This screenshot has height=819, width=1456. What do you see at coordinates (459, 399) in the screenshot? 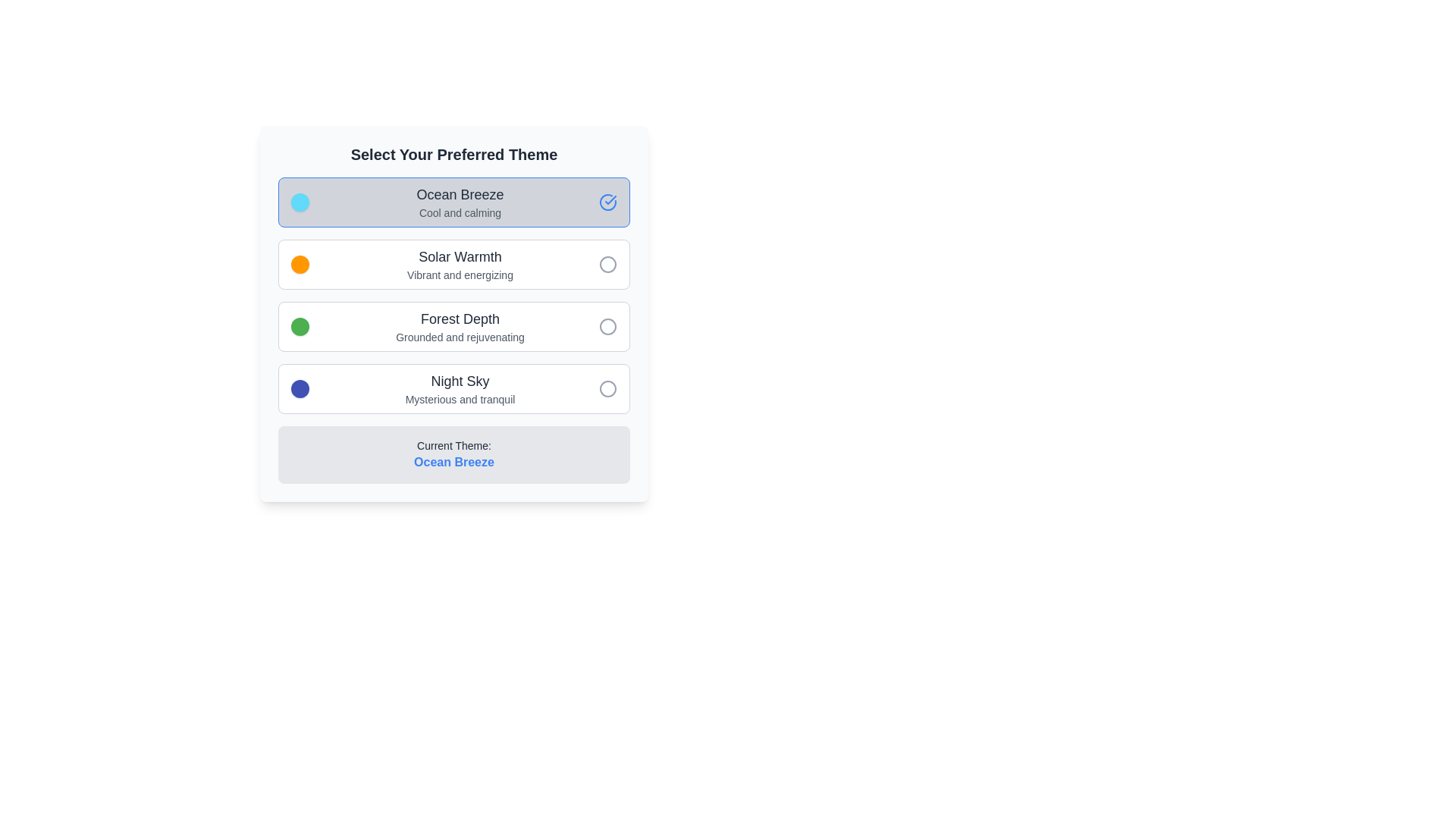
I see `the text label containing 'Mysterious and tranquil', which is styled in a smaller grayish font and located directly below 'Night Sky' in the theme selection dialog` at bounding box center [459, 399].